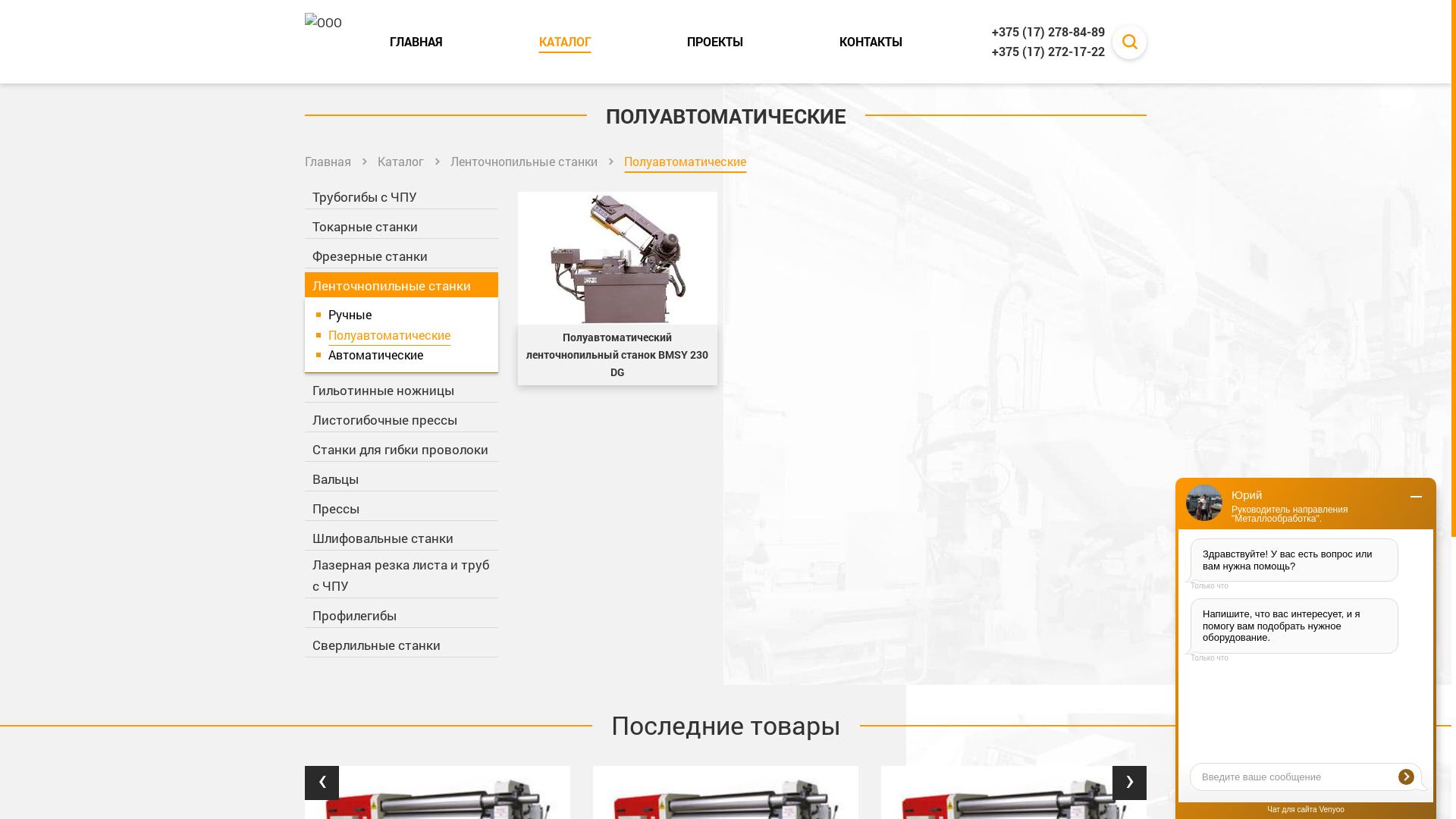  Describe the element at coordinates (1047, 32) in the screenshot. I see `'+375 (17) 278-84-89'` at that location.